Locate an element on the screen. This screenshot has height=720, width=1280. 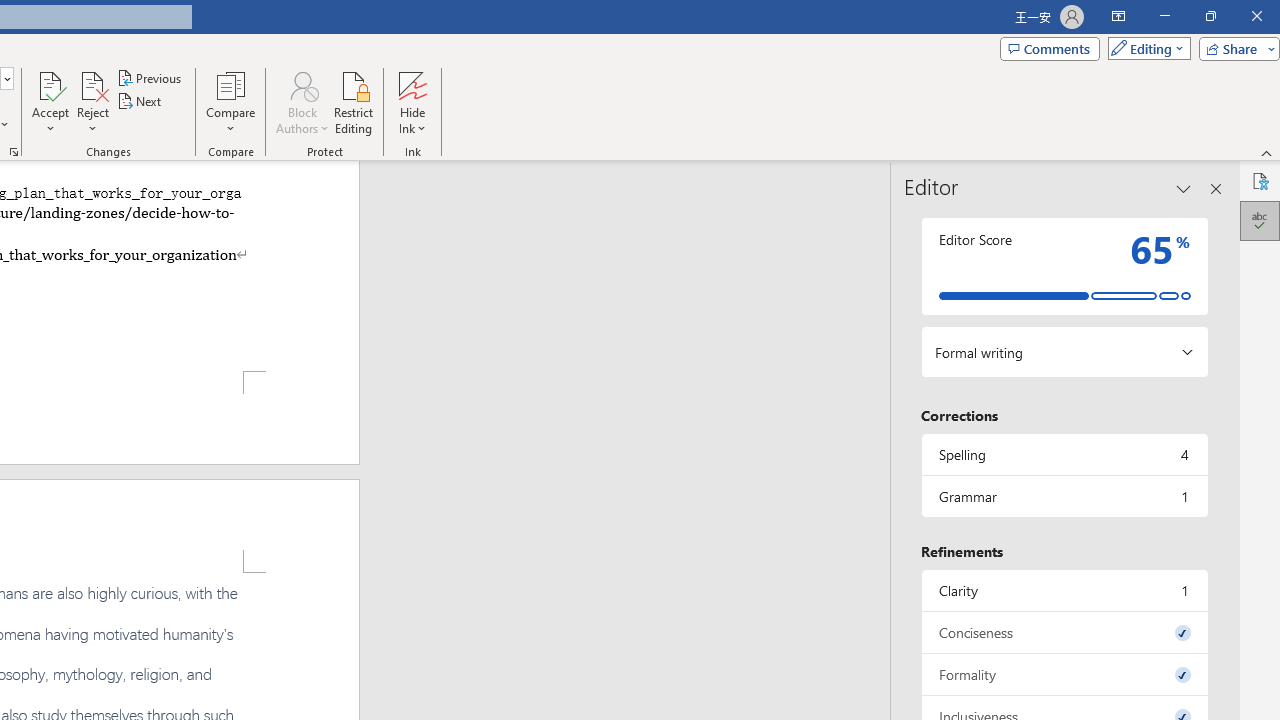
'Restrict Editing' is located at coordinates (353, 103).